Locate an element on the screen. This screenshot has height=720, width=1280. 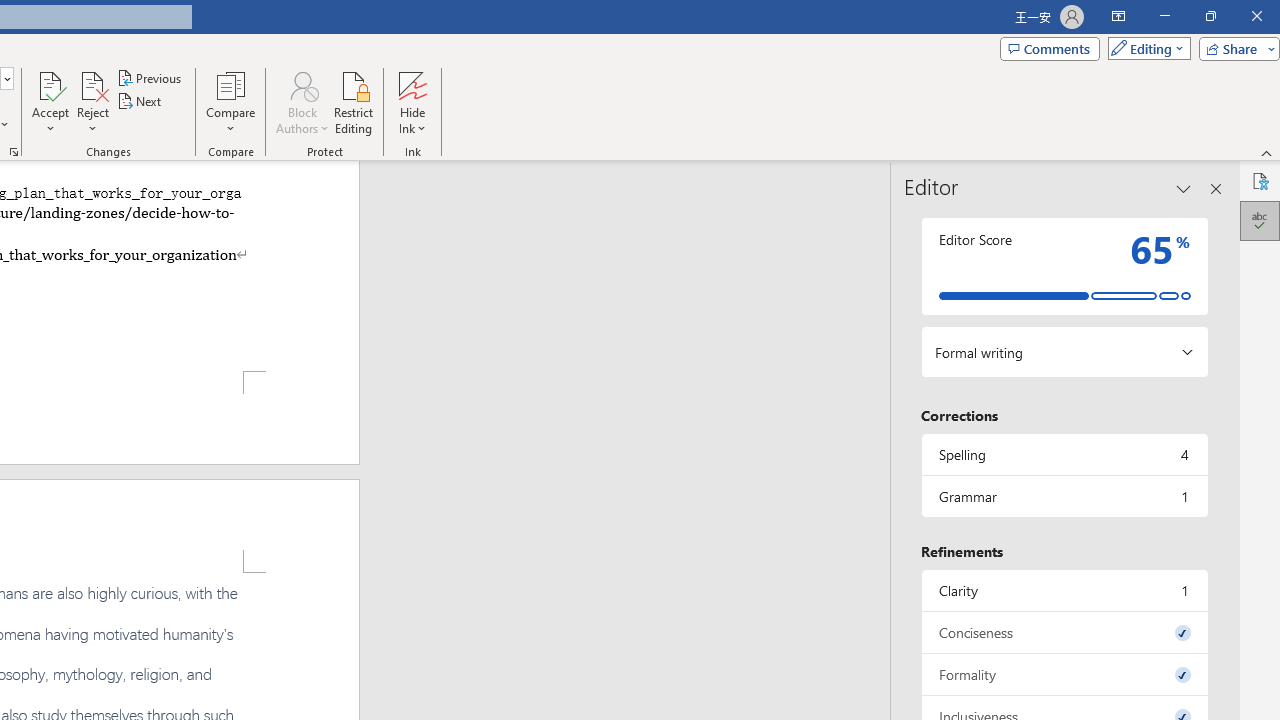
'Restrict Editing' is located at coordinates (353, 103).